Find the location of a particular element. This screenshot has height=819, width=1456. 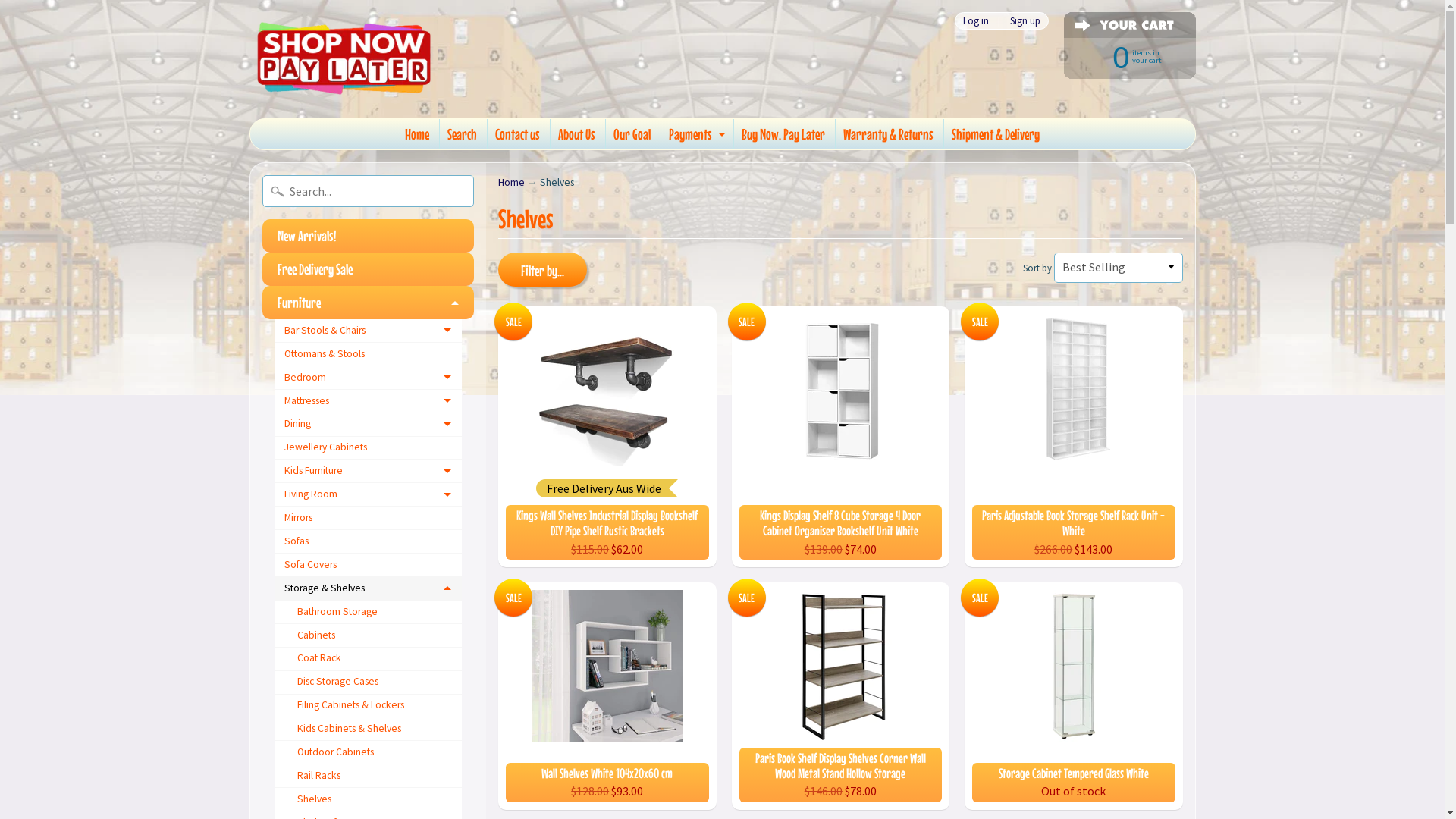

'Disc Storage Cases' is located at coordinates (368, 682).